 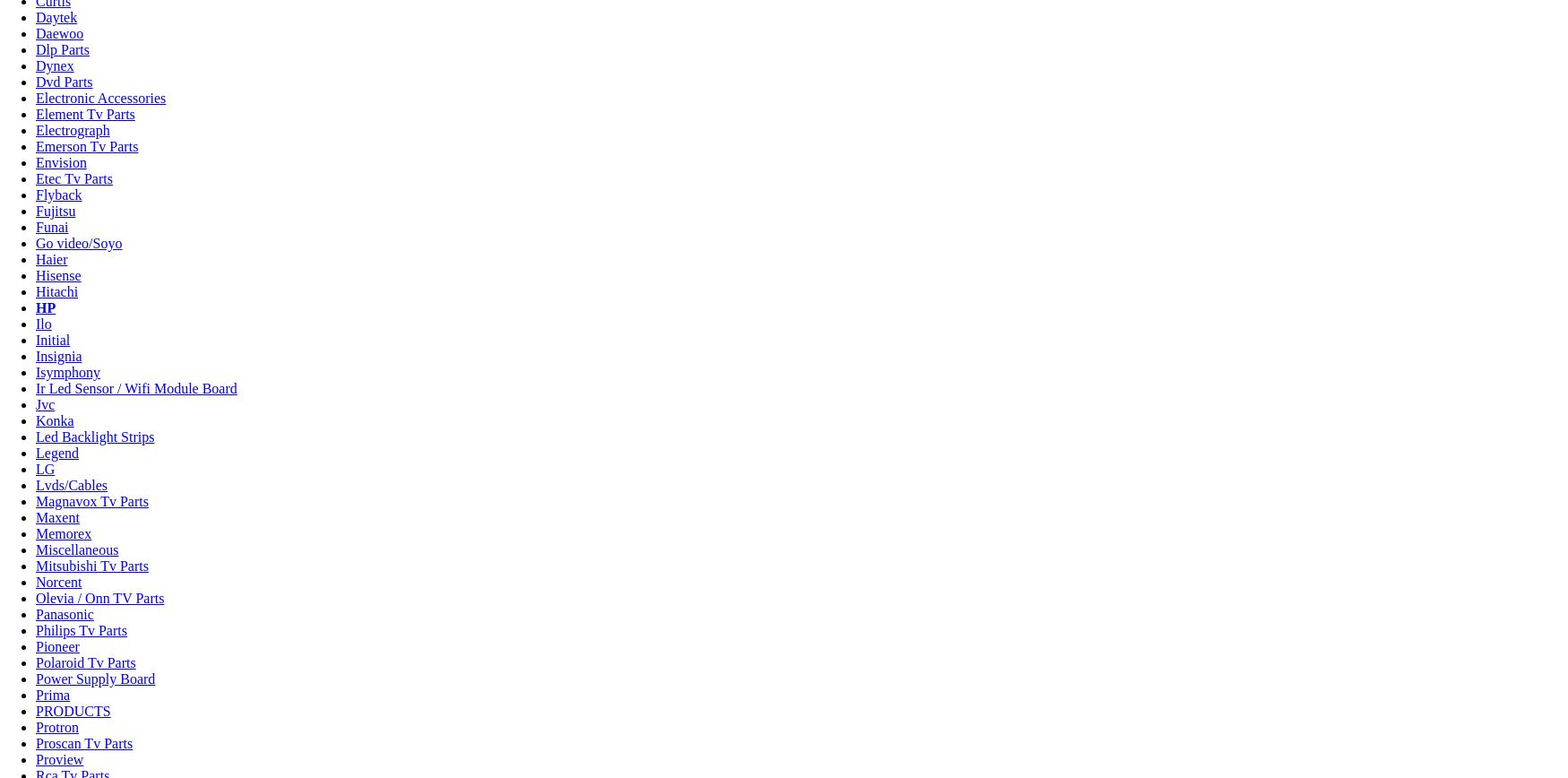 What do you see at coordinates (35, 162) in the screenshot?
I see `'Envision'` at bounding box center [35, 162].